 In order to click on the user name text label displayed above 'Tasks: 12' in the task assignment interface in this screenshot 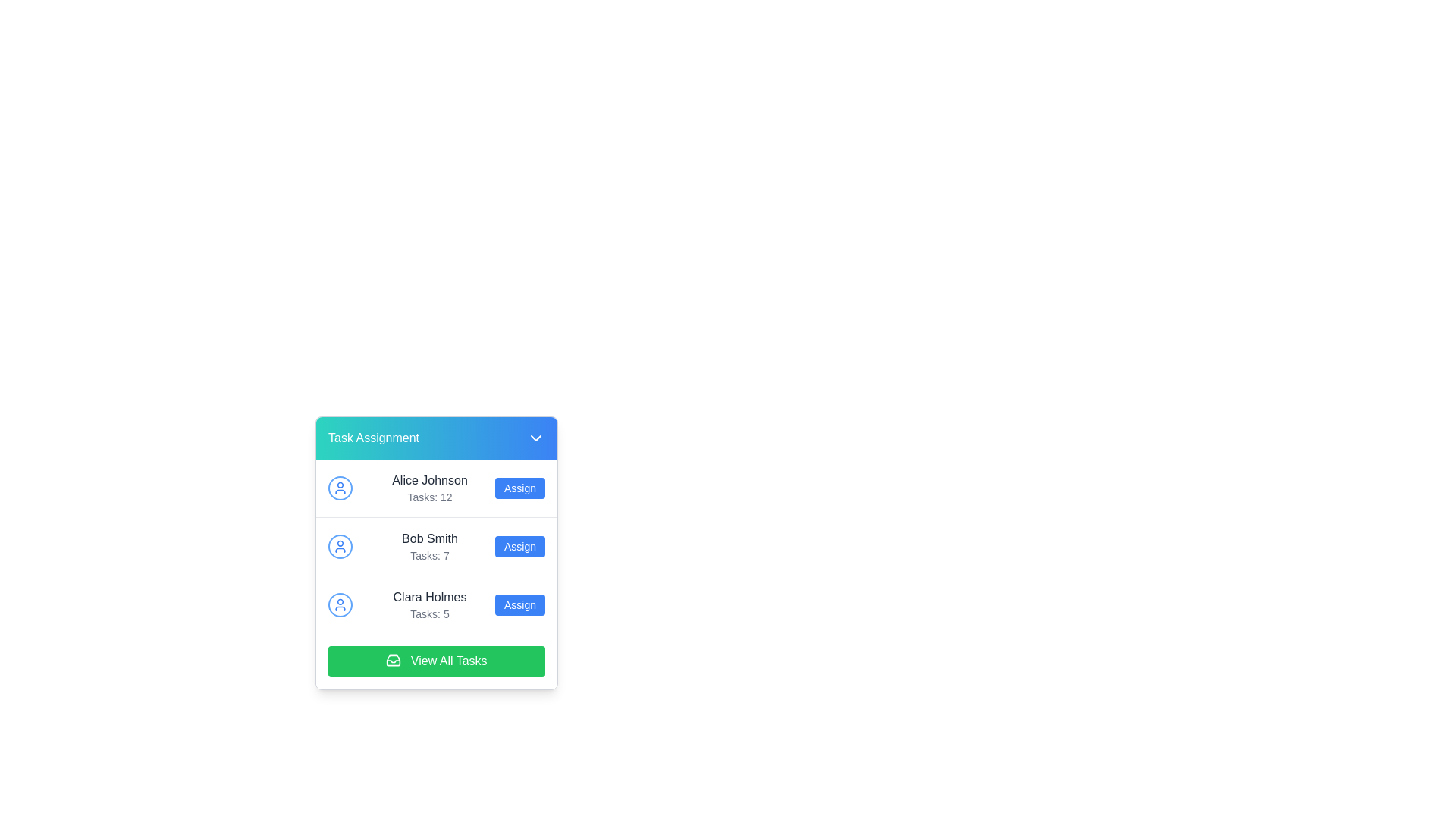, I will do `click(428, 480)`.